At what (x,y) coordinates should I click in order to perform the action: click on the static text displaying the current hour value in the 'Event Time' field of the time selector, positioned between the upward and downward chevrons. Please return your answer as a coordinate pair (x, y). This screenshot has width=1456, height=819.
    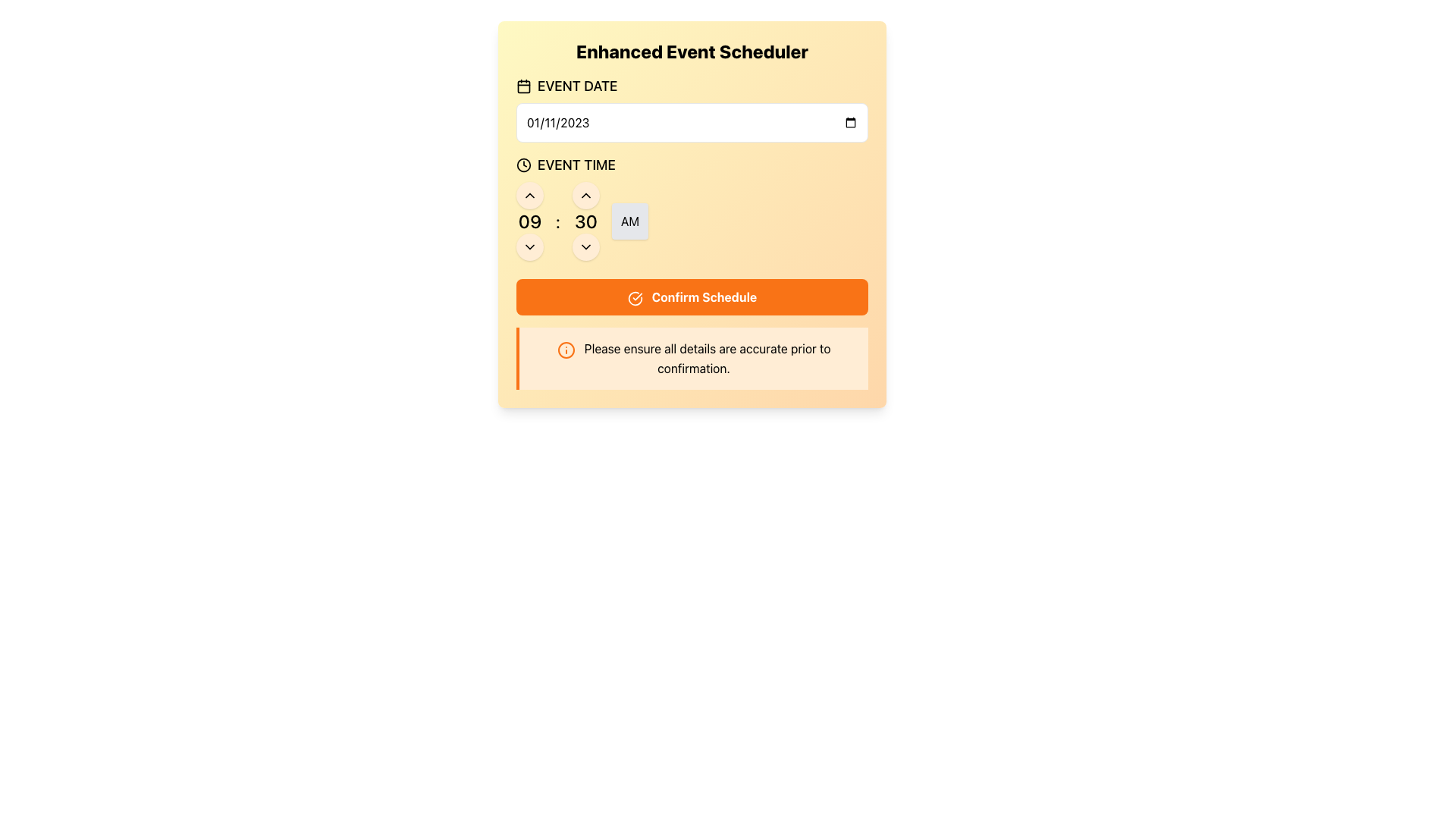
    Looking at the image, I should click on (530, 221).